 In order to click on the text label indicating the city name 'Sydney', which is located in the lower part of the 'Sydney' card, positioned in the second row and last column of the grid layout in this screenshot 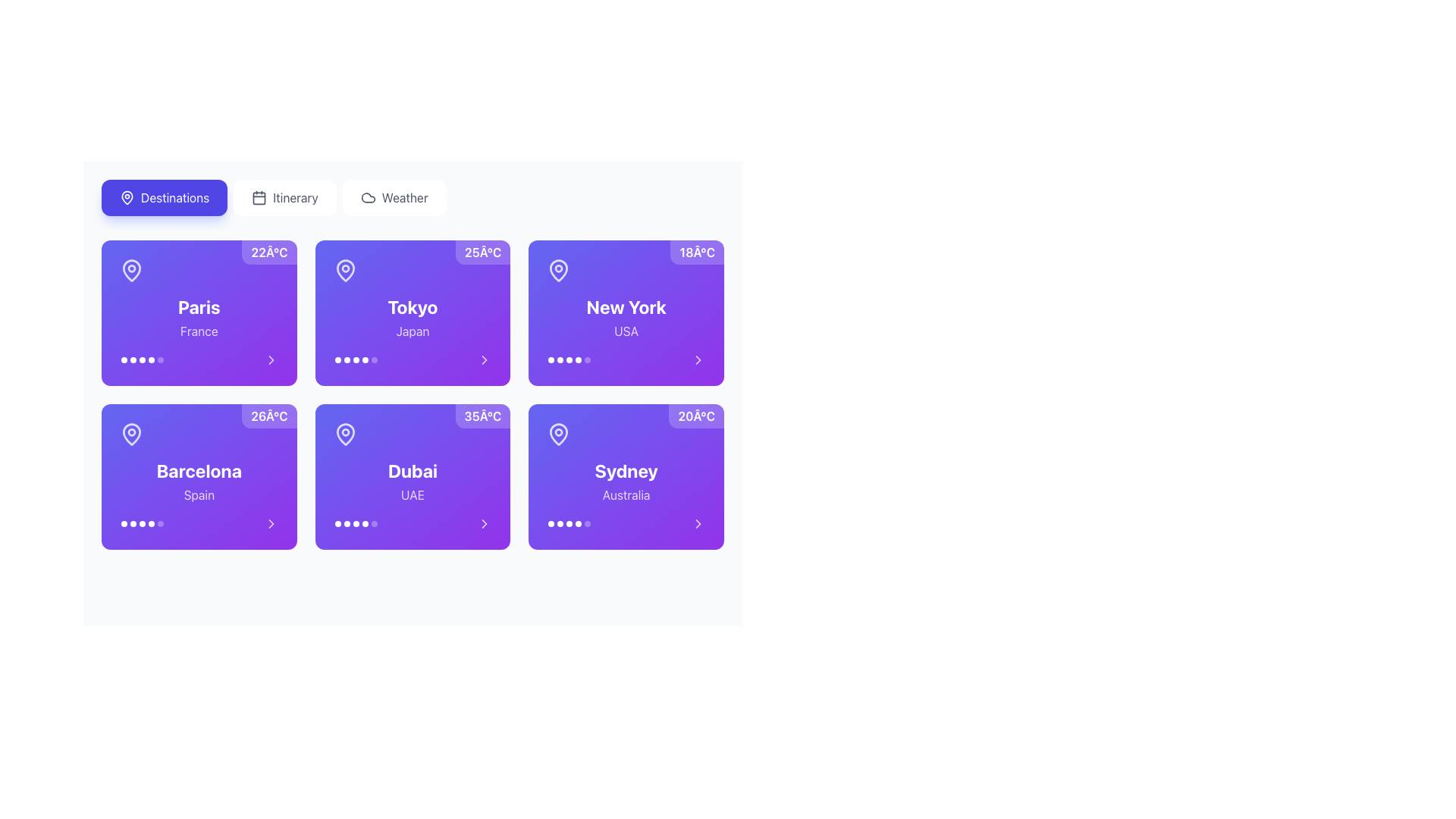, I will do `click(626, 470)`.